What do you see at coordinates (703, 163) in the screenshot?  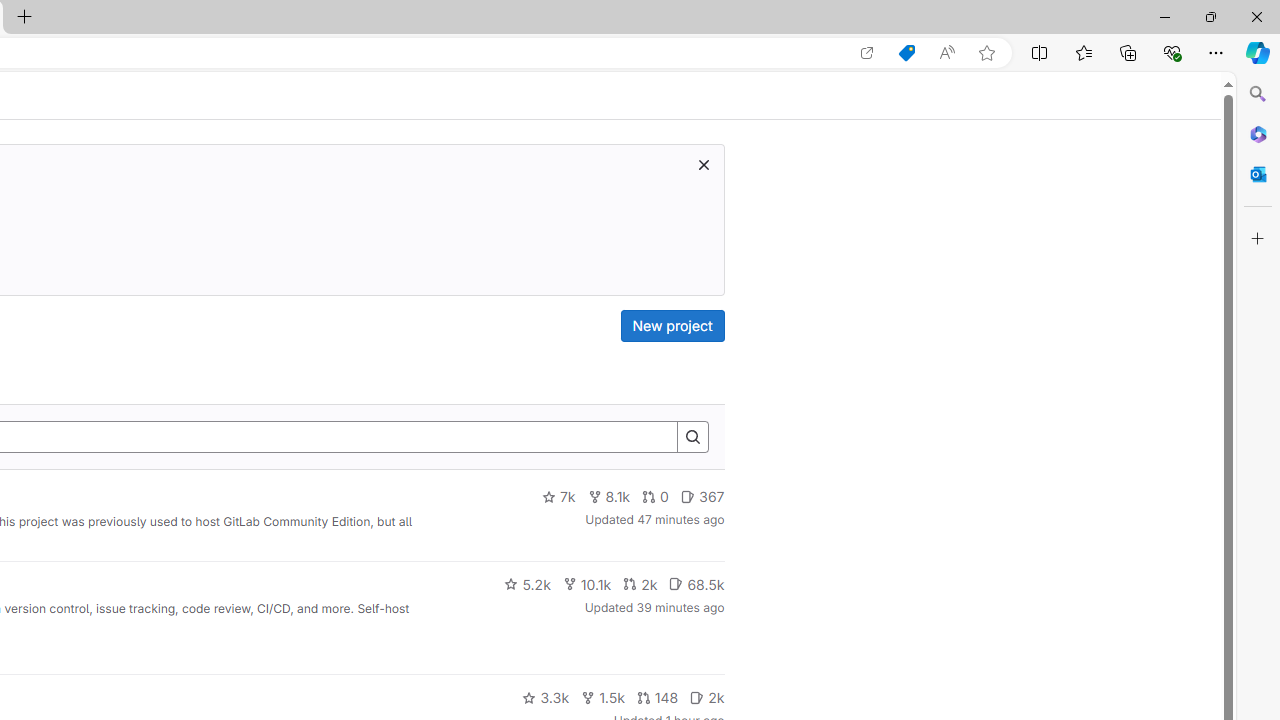 I see `'Dismiss trial promotion'` at bounding box center [703, 163].